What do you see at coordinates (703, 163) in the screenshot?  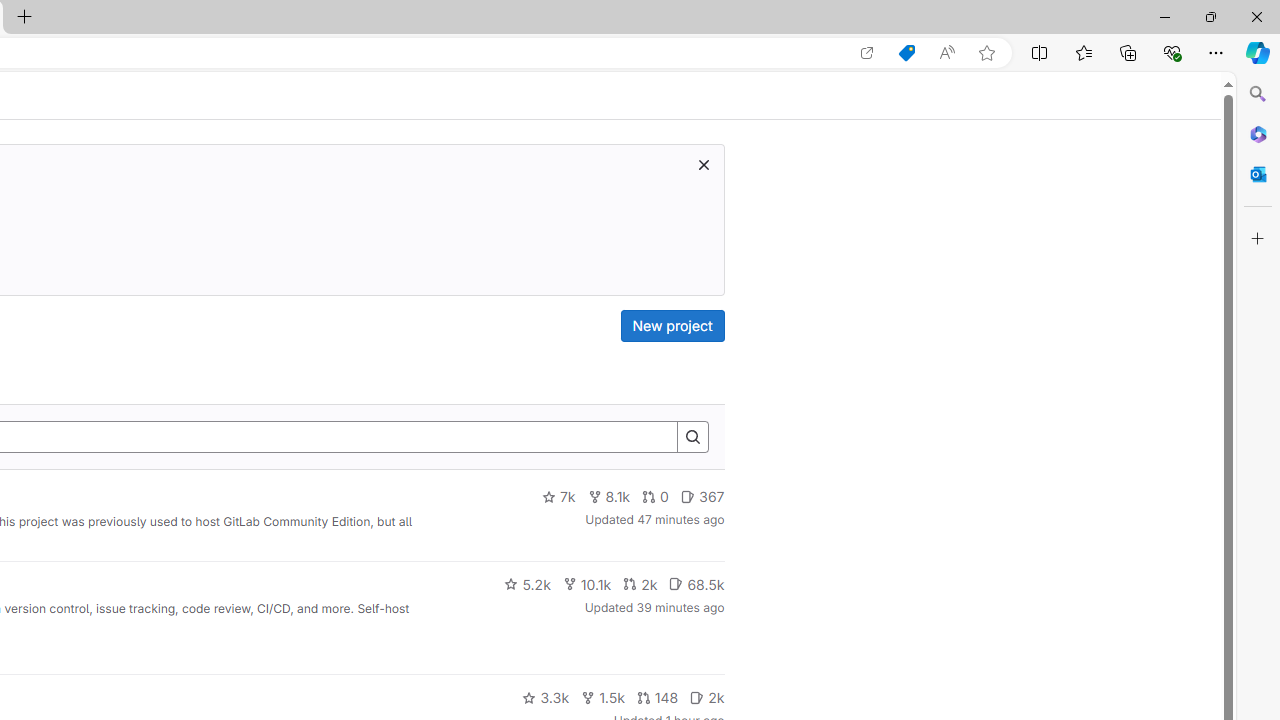 I see `'Dismiss trial promotion'` at bounding box center [703, 163].